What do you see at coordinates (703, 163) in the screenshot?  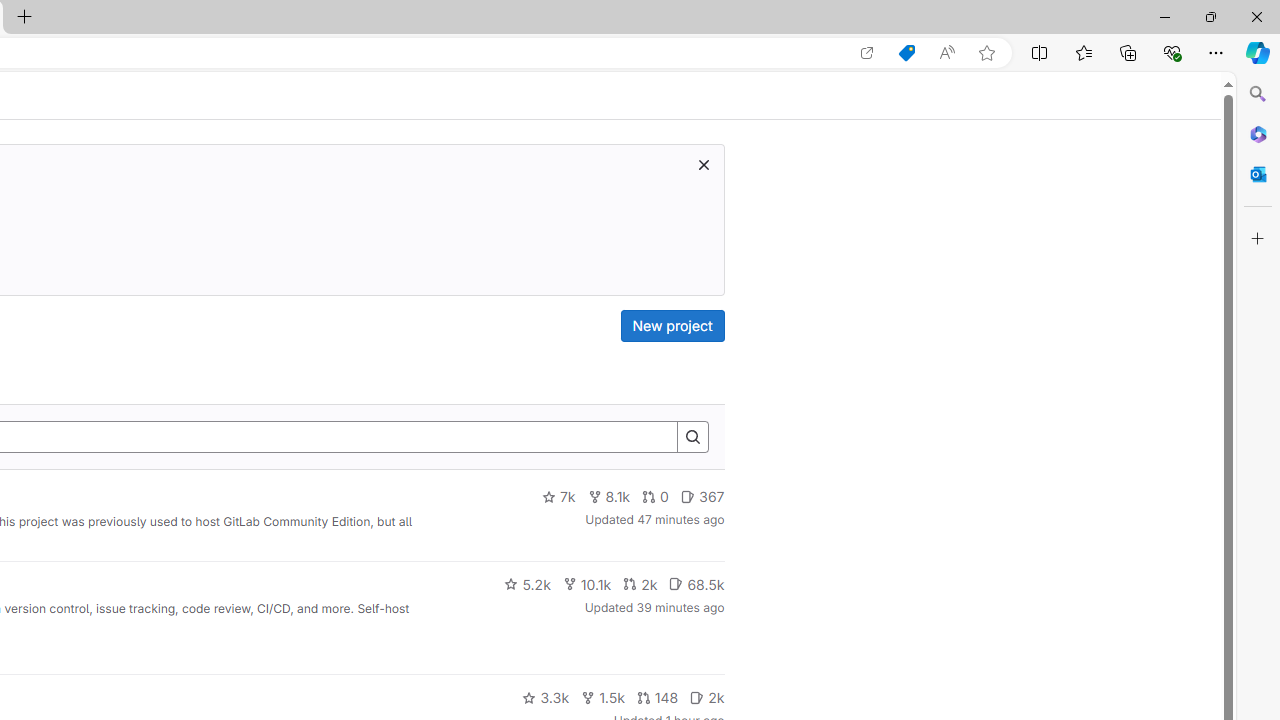 I see `'Dismiss trial promotion'` at bounding box center [703, 163].